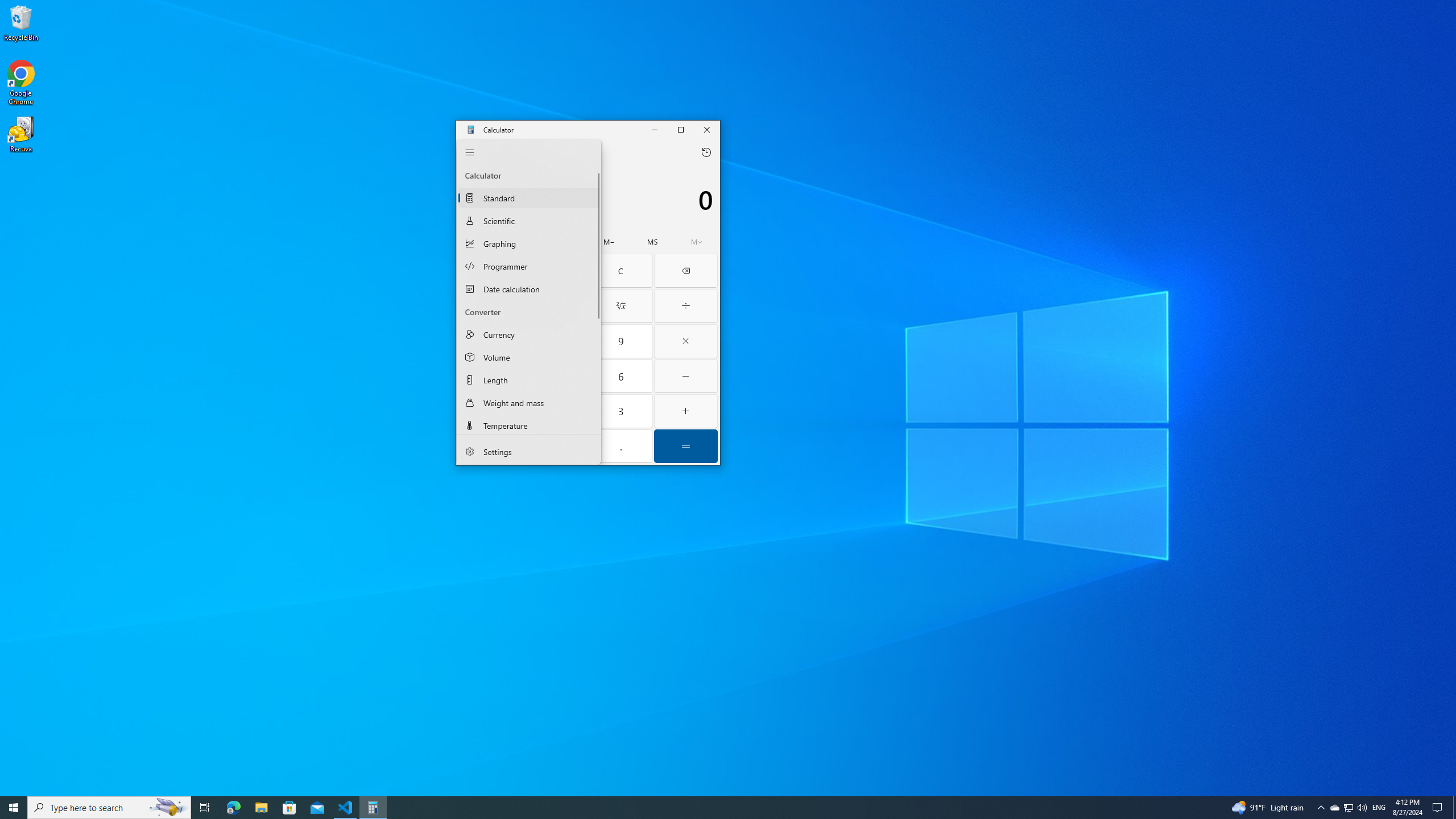 The width and height of the screenshot is (1456, 819). What do you see at coordinates (621, 446) in the screenshot?
I see `'Decimal separator'` at bounding box center [621, 446].